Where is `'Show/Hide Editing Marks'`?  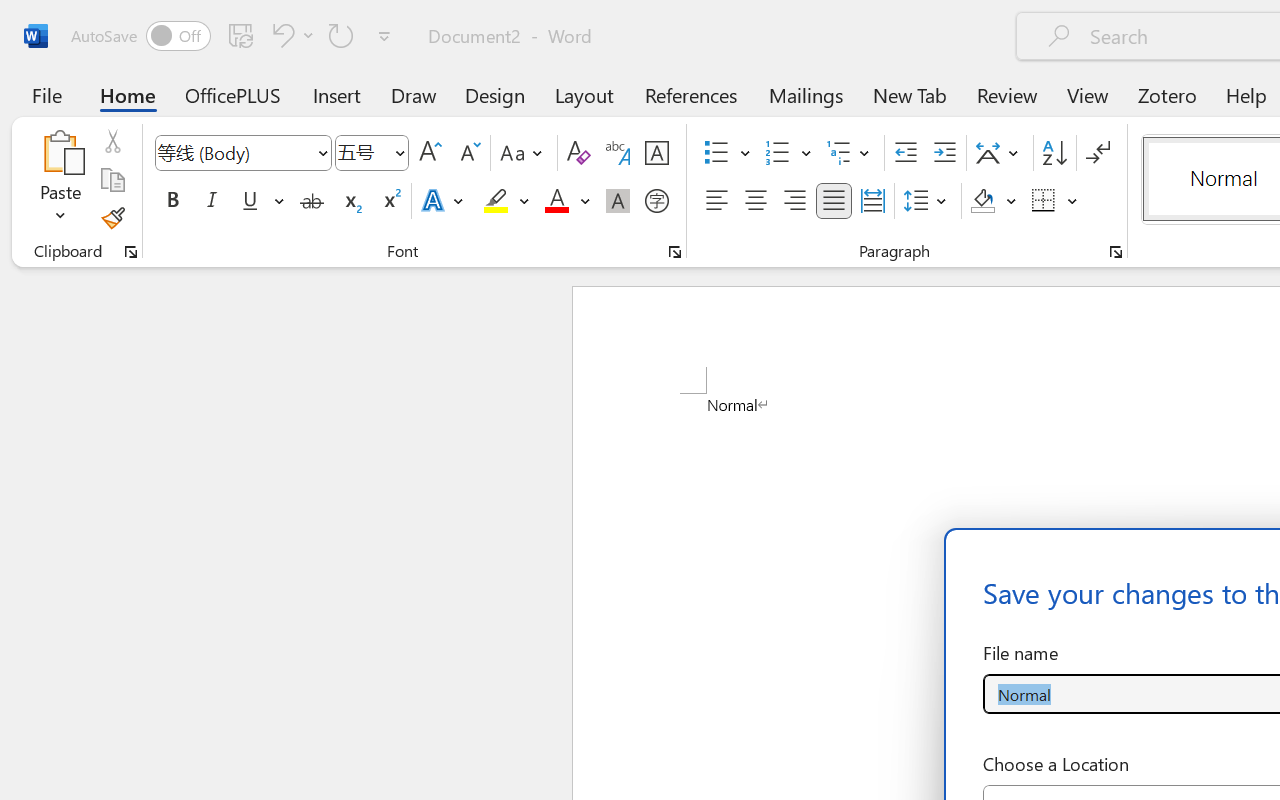 'Show/Hide Editing Marks' is located at coordinates (1097, 153).